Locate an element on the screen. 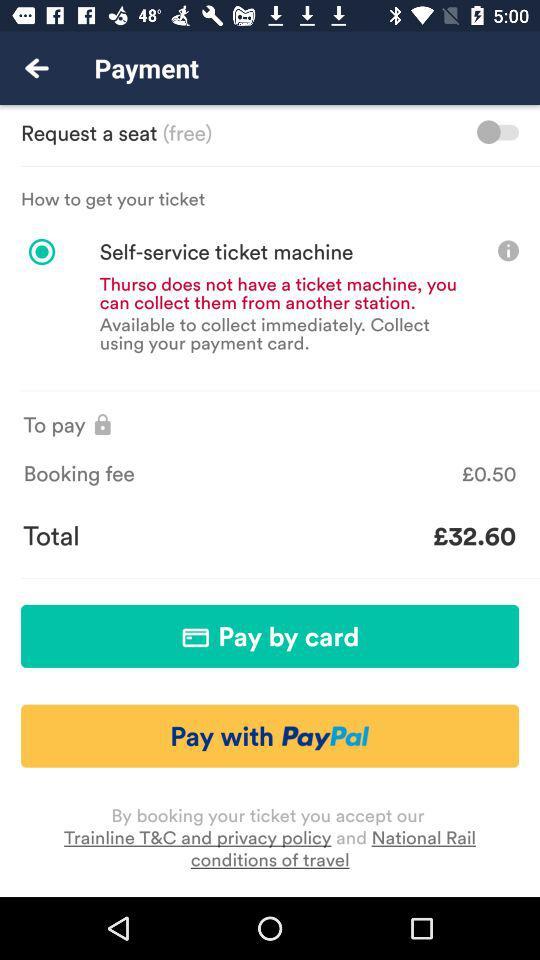 This screenshot has height=960, width=540. request a seat option is located at coordinates (496, 131).